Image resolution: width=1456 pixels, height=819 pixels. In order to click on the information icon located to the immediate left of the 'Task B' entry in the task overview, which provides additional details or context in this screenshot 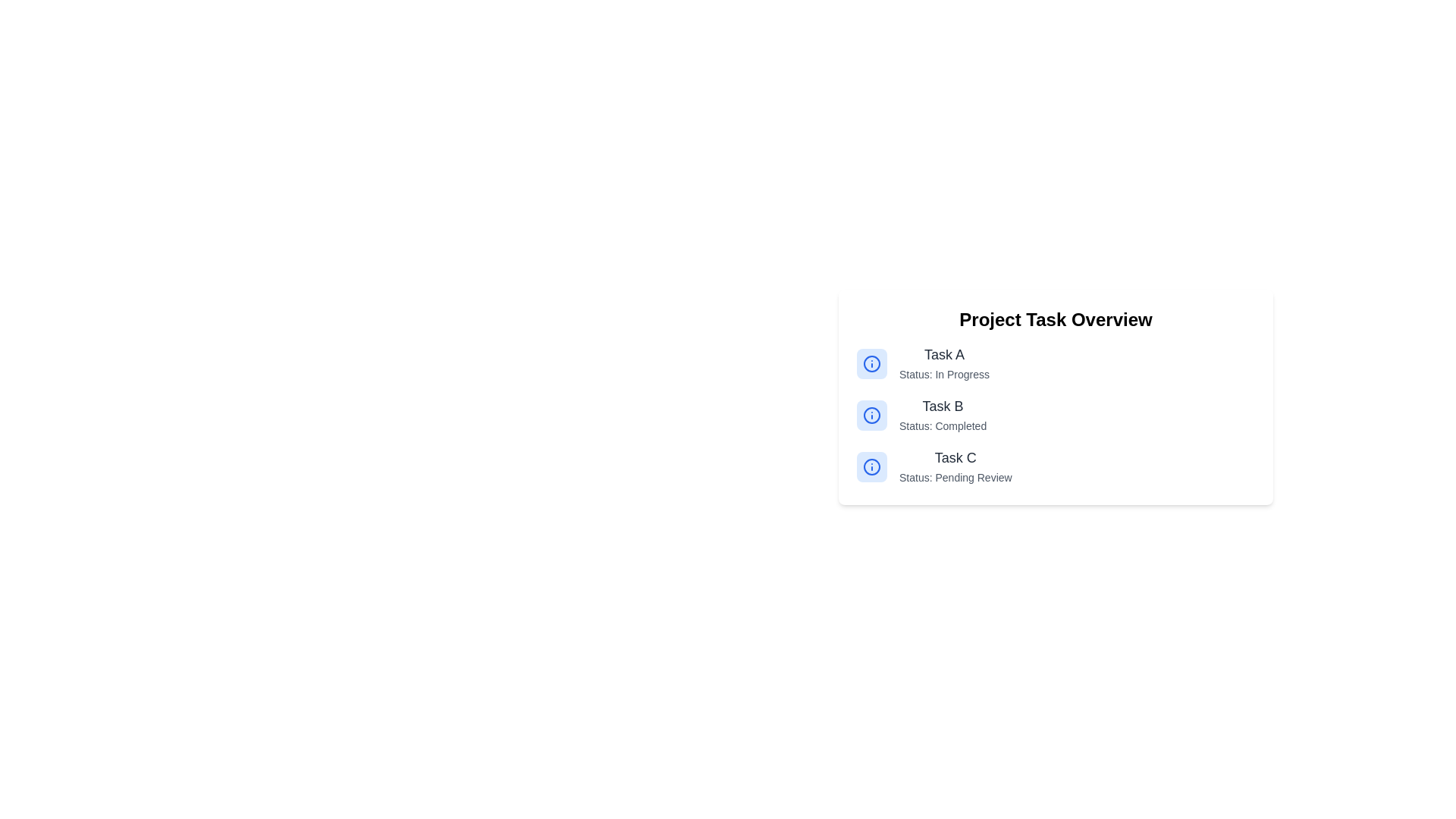, I will do `click(872, 415)`.